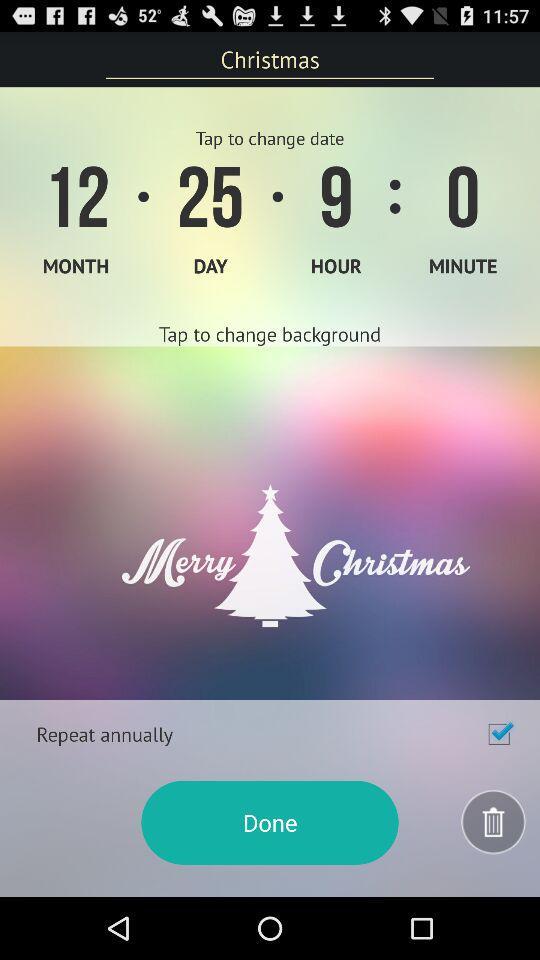 The image size is (540, 960). I want to click on switch autoplay option, so click(498, 733).